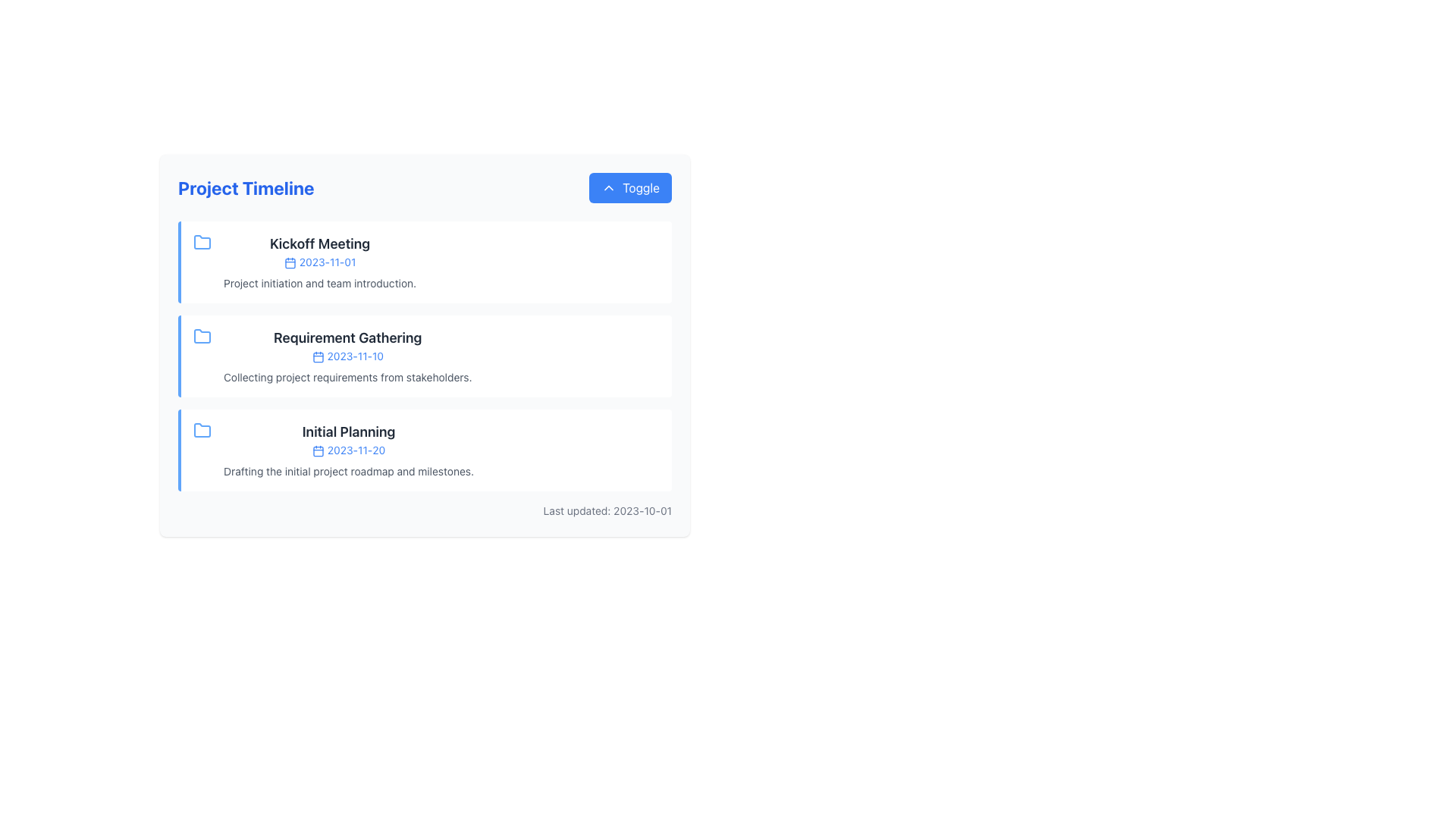 The image size is (1456, 819). Describe the element at coordinates (202, 430) in the screenshot. I see `the blue folder icon located in the third section of the vertical list under 'Project Timeline', next to 'Initial Planning' and the date '2023-11-20'` at that location.